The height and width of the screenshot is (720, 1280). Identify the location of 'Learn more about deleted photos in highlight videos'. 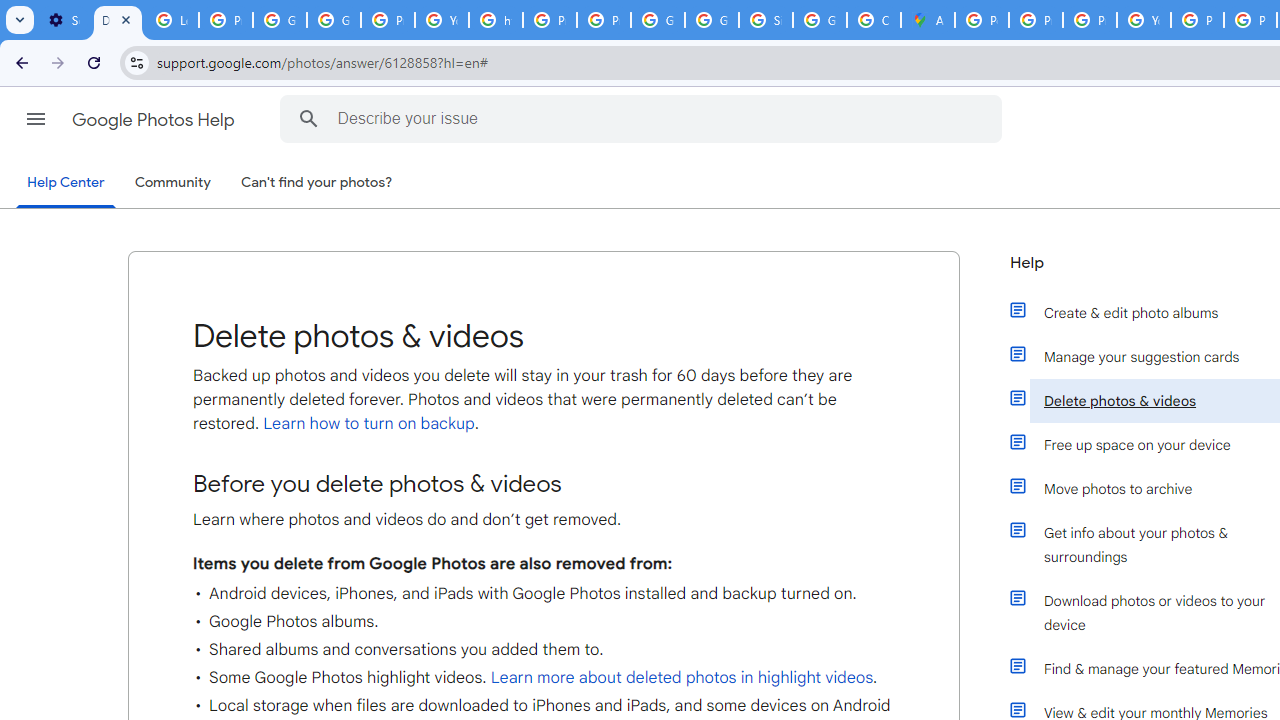
(682, 677).